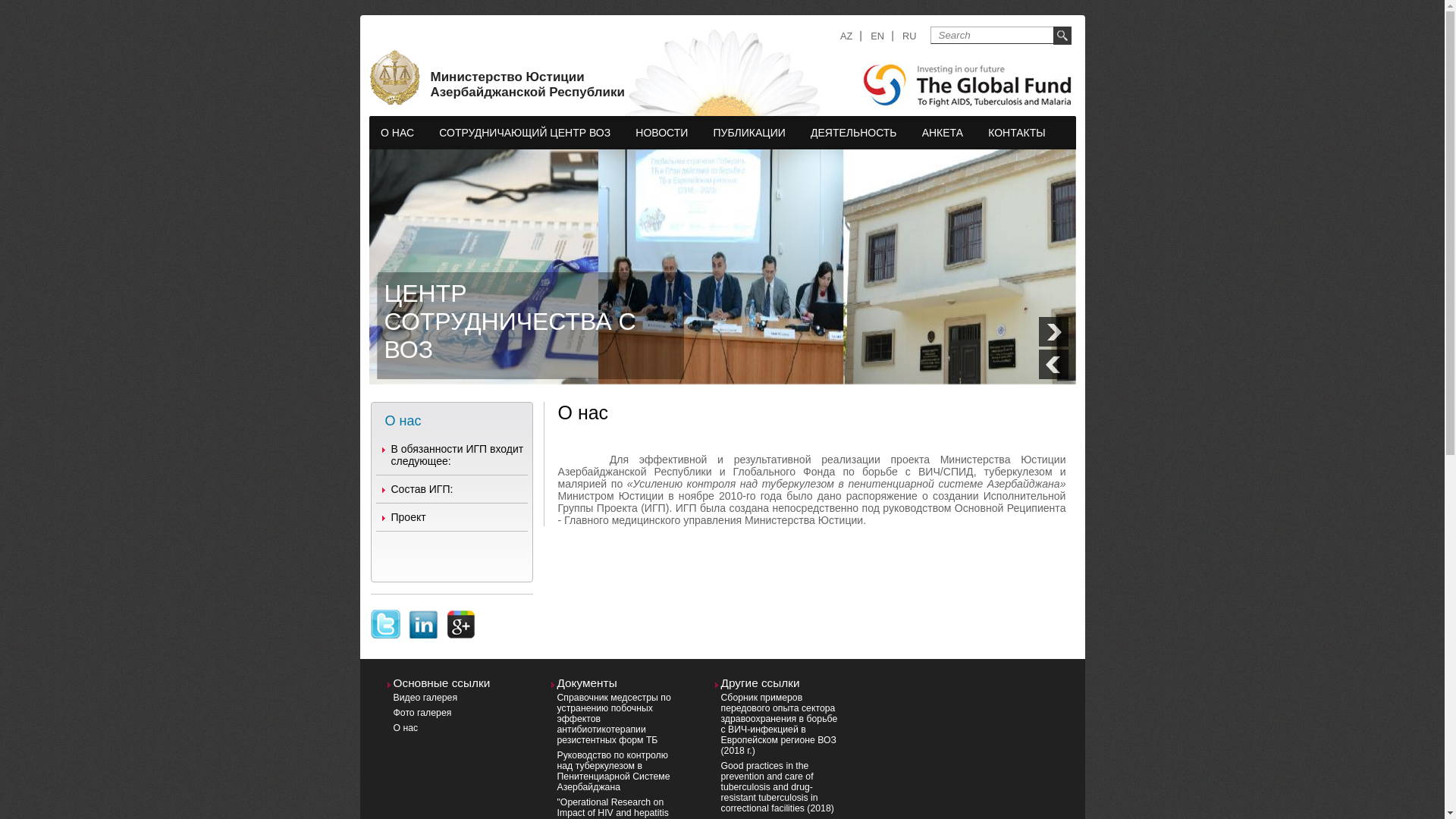 The height and width of the screenshot is (819, 1456). I want to click on ' ', so click(461, 615).